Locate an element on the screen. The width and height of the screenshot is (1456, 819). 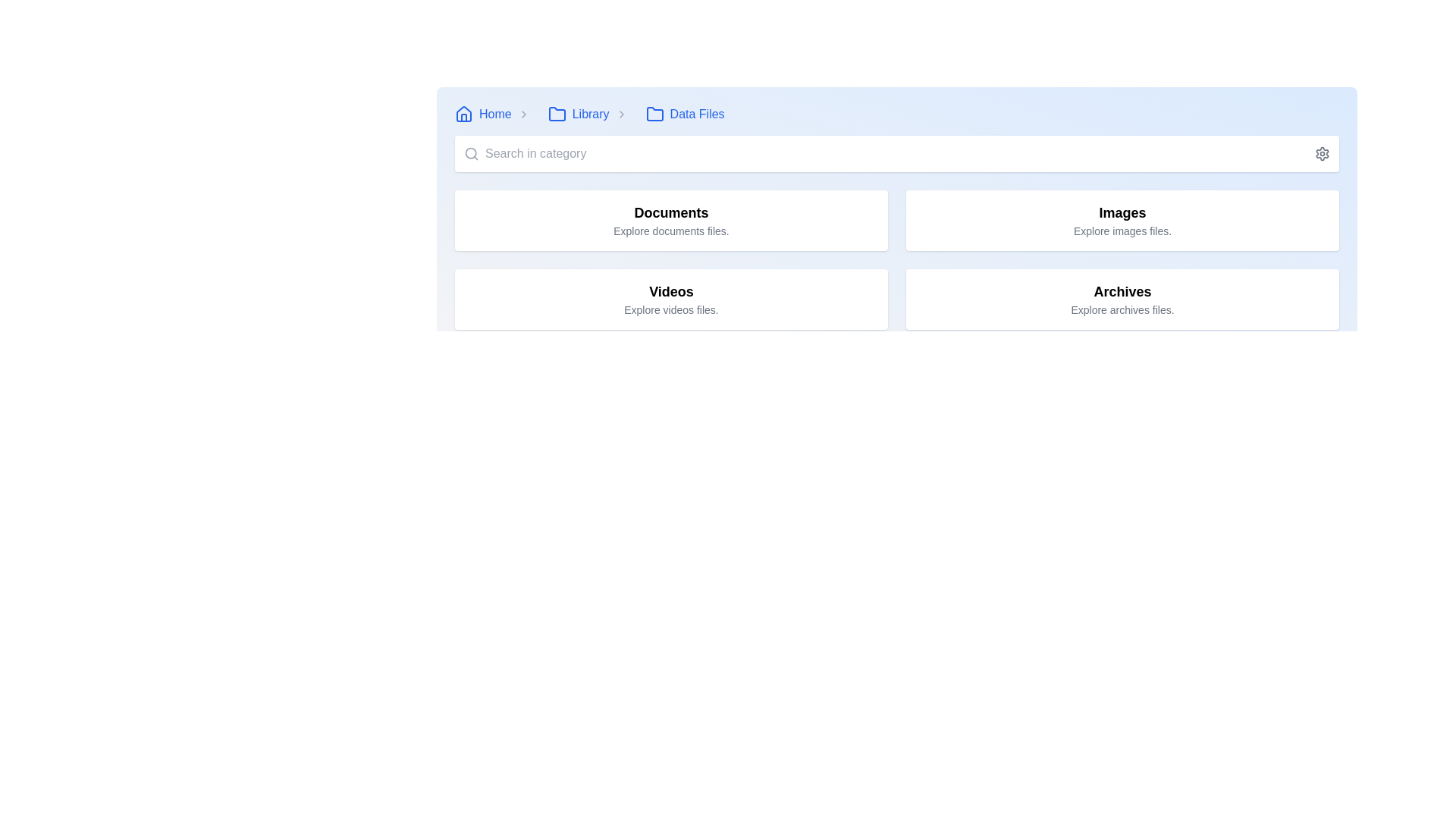
the folder icon located in the breadcrumb navigation bar, positioned between the 'Library' and 'Data Files' texts is located at coordinates (556, 113).